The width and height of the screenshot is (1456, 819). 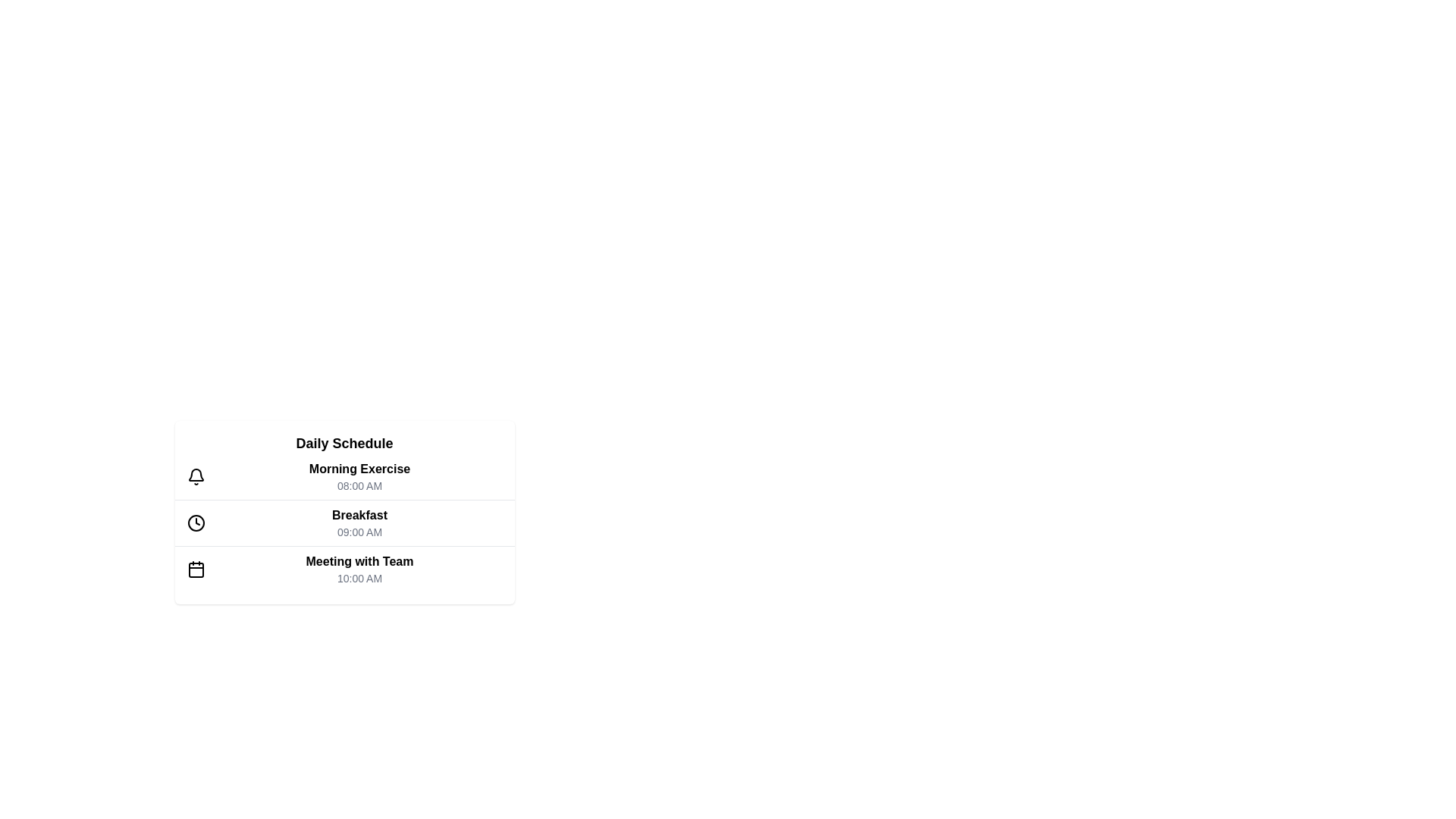 I want to click on the text label displaying 'Morning Exercise' in bold characters, aligned in the first row of the scheduled task list below 'Daily Schedule', so click(x=359, y=468).